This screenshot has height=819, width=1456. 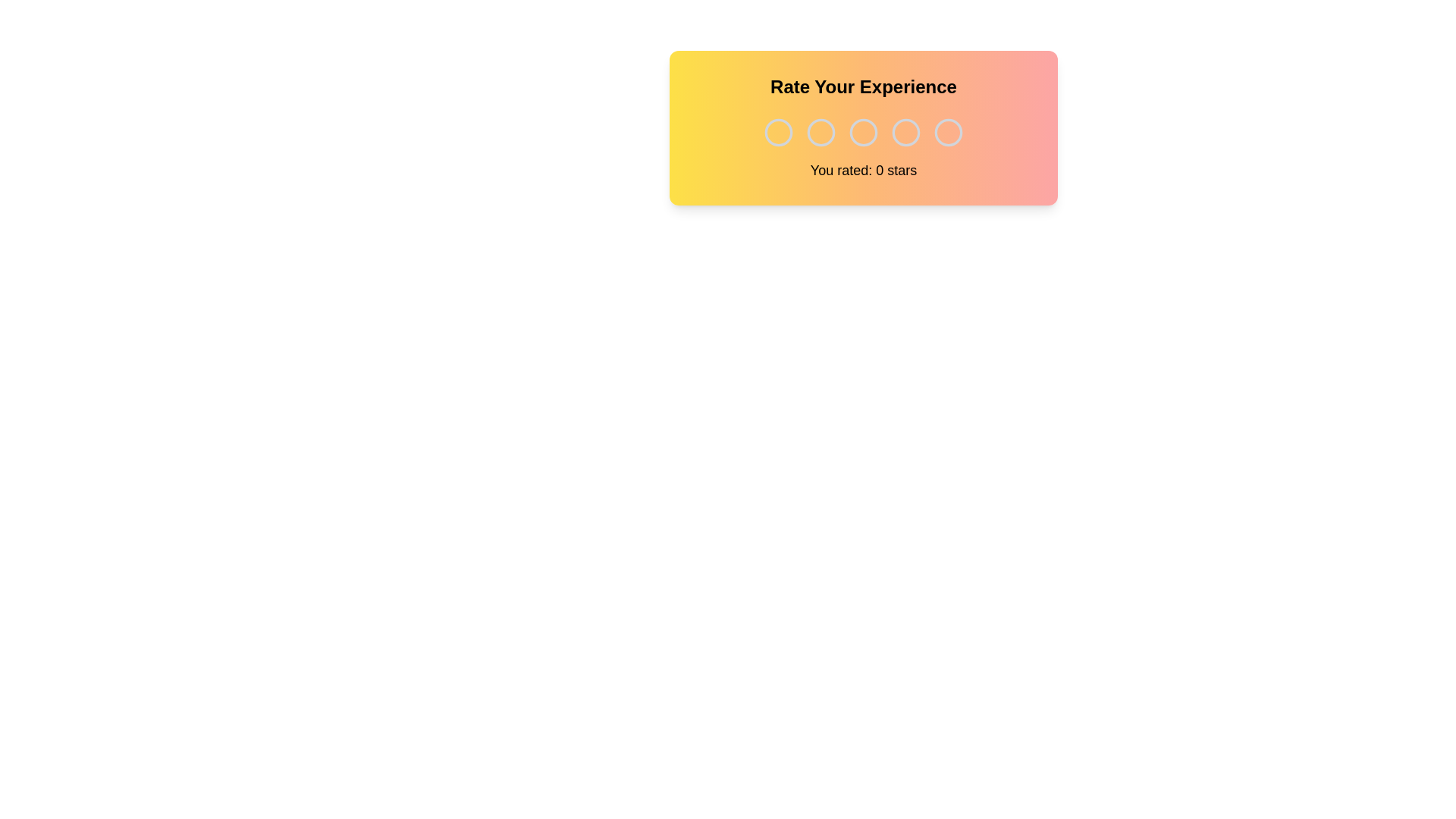 What do you see at coordinates (906, 131) in the screenshot?
I see `the rating to 4 stars by clicking on the corresponding star` at bounding box center [906, 131].